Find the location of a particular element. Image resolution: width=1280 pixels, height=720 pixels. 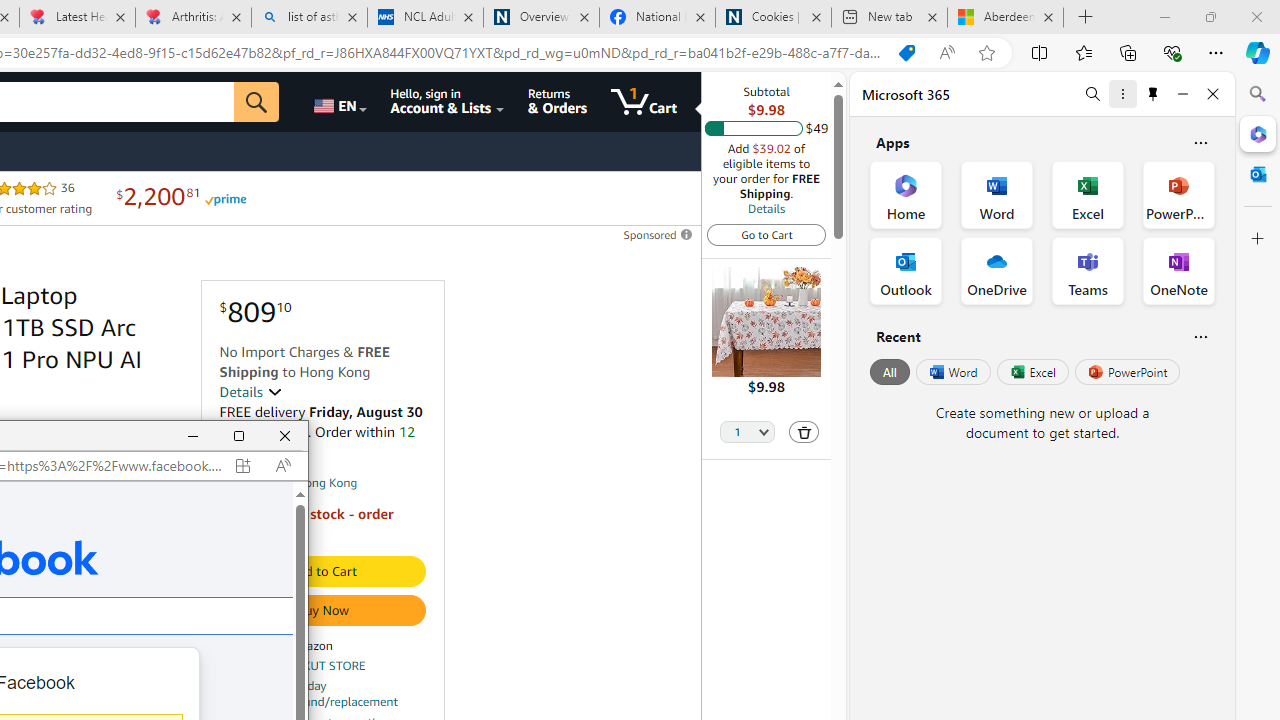

'Returns & Orders' is located at coordinates (557, 101).